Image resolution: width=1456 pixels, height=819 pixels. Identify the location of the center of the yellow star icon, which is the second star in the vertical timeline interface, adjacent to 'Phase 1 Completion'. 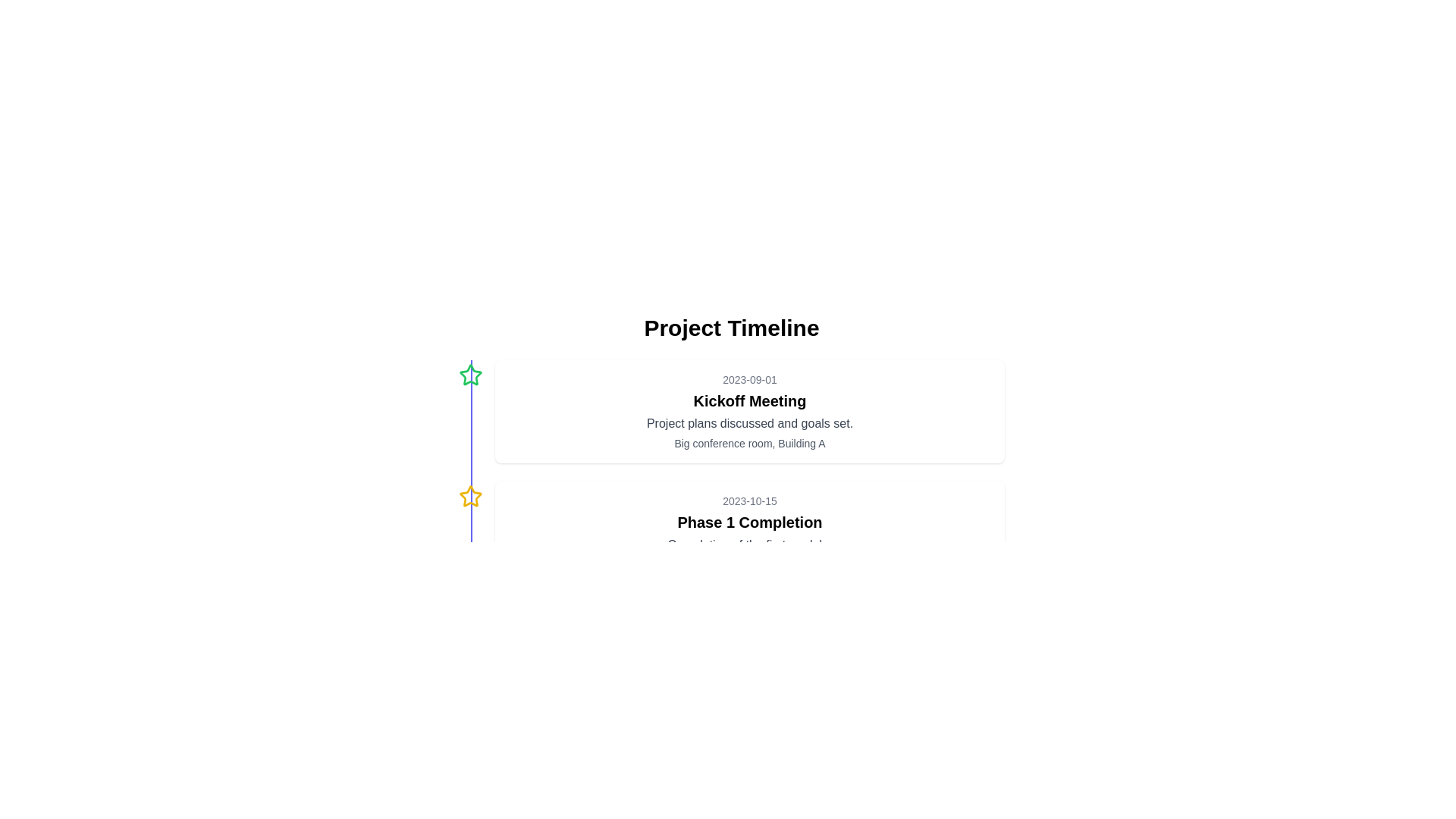
(469, 497).